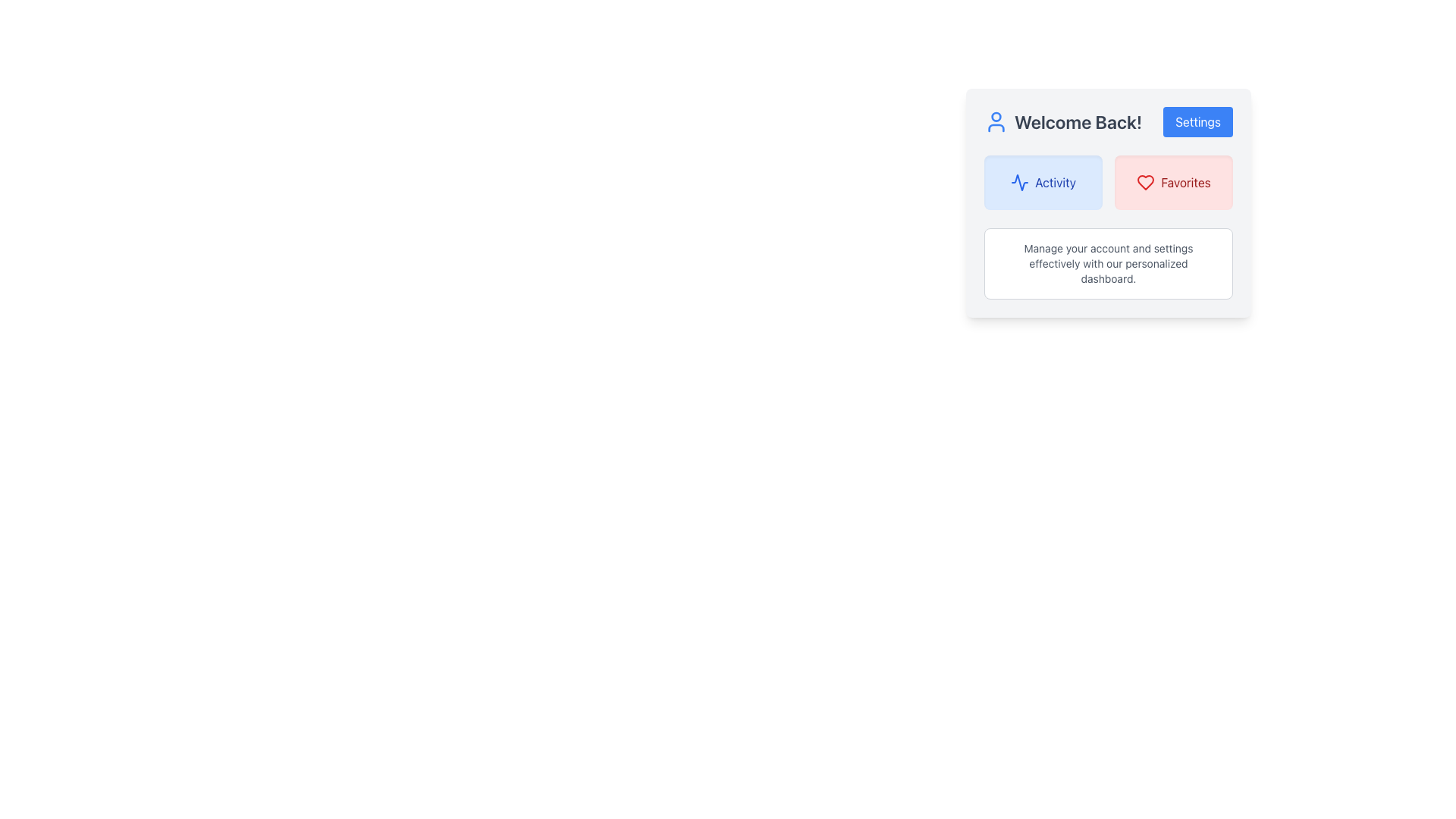 The width and height of the screenshot is (1456, 819). I want to click on welcoming message displayed in the Text Block with Icon that says 'Welcome Back!' which is located at the top left of the dashboard interface, so click(1062, 121).